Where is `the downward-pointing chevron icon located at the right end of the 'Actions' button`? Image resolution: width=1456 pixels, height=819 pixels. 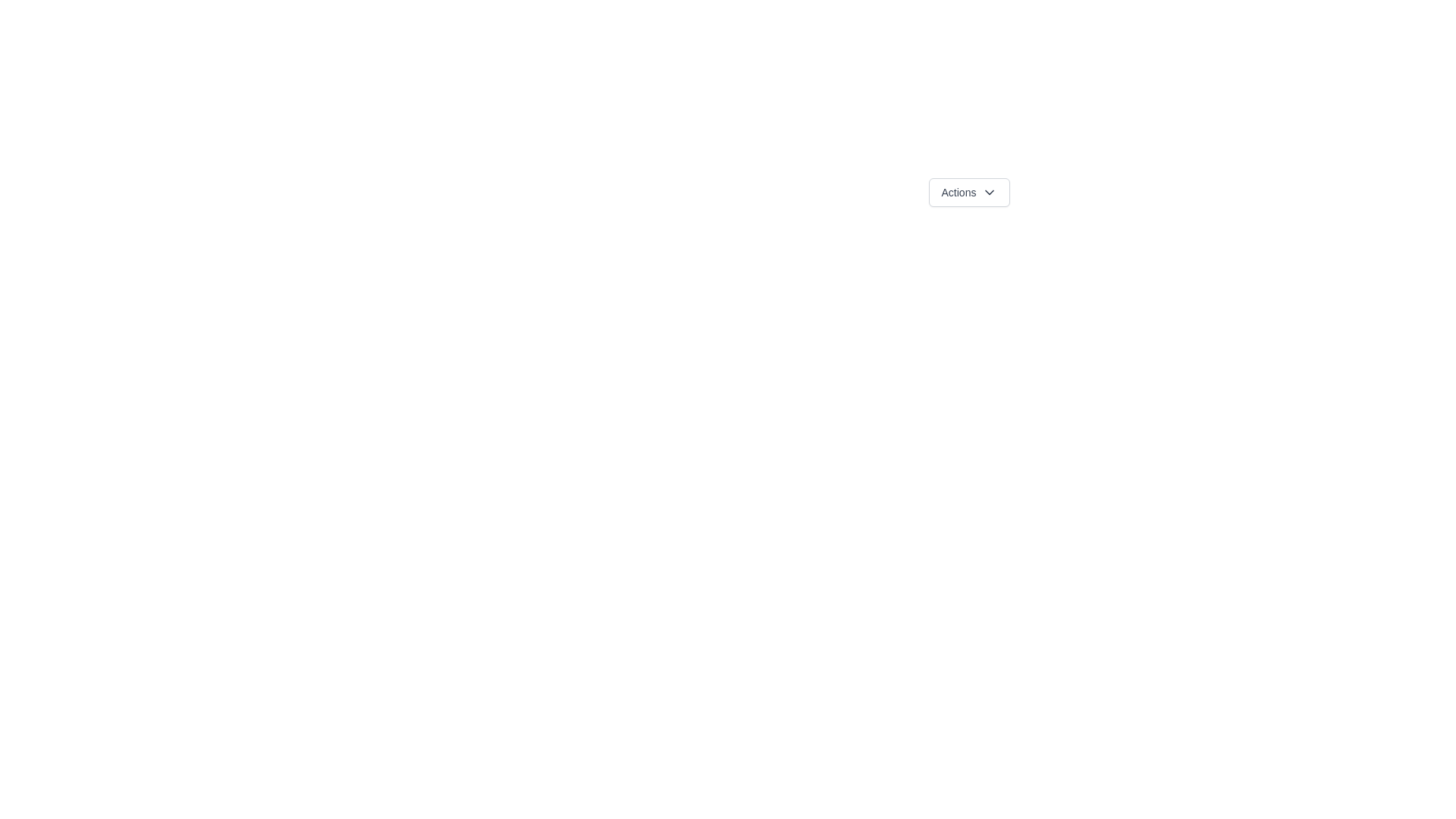 the downward-pointing chevron icon located at the right end of the 'Actions' button is located at coordinates (990, 192).